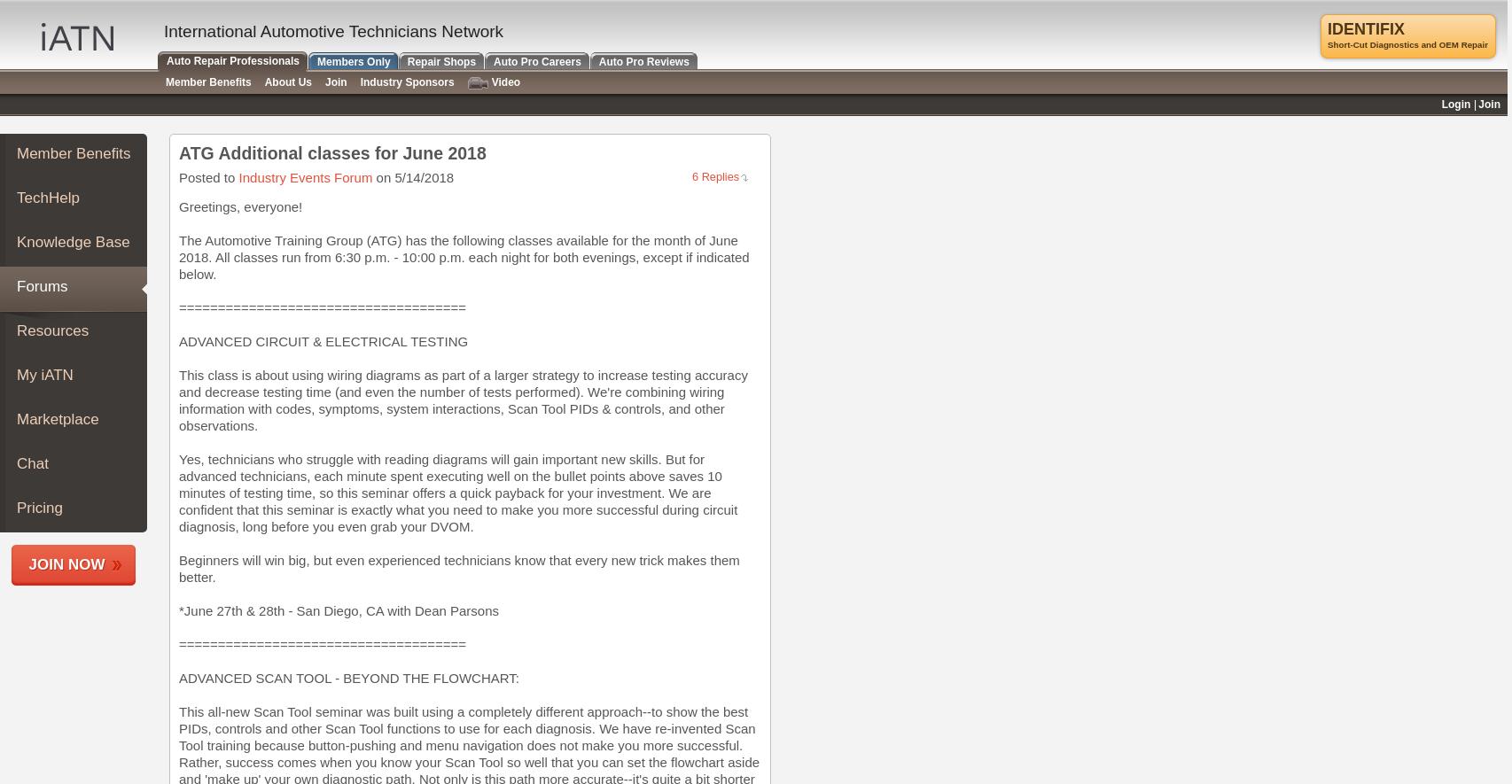 The image size is (1512, 784). Describe the element at coordinates (1454, 104) in the screenshot. I see `'Login'` at that location.